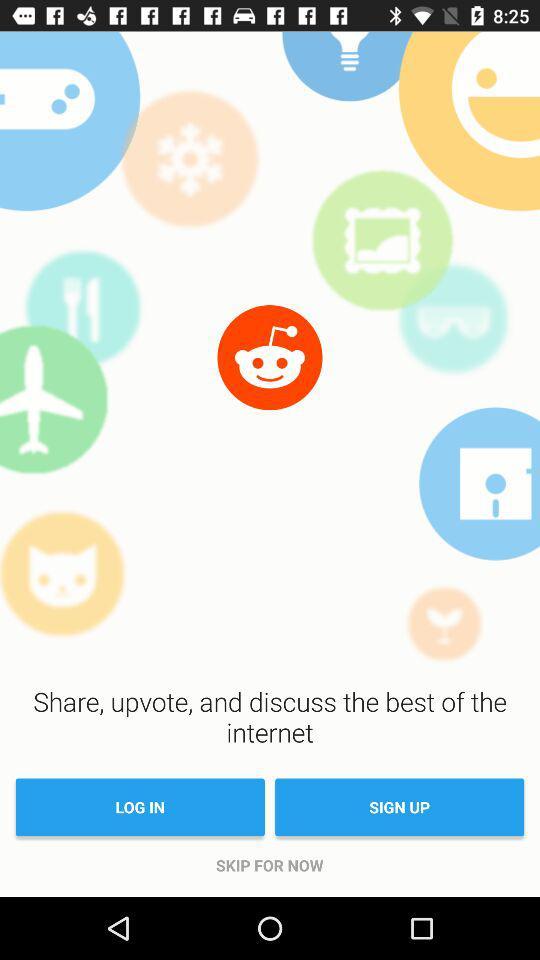 This screenshot has width=540, height=960. Describe the element at coordinates (139, 807) in the screenshot. I see `item below share upvote and` at that location.